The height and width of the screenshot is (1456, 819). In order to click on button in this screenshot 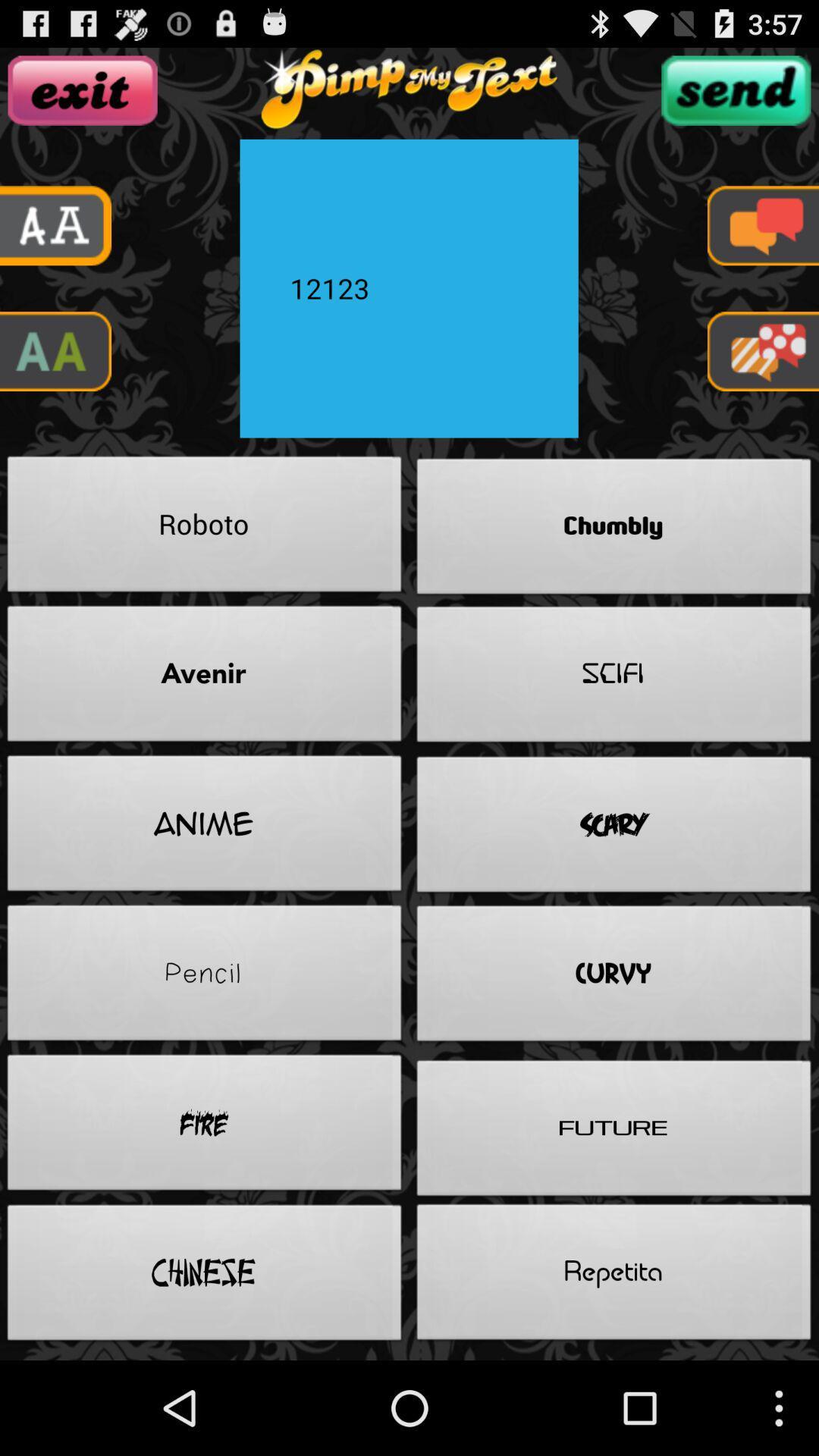, I will do `click(83, 89)`.